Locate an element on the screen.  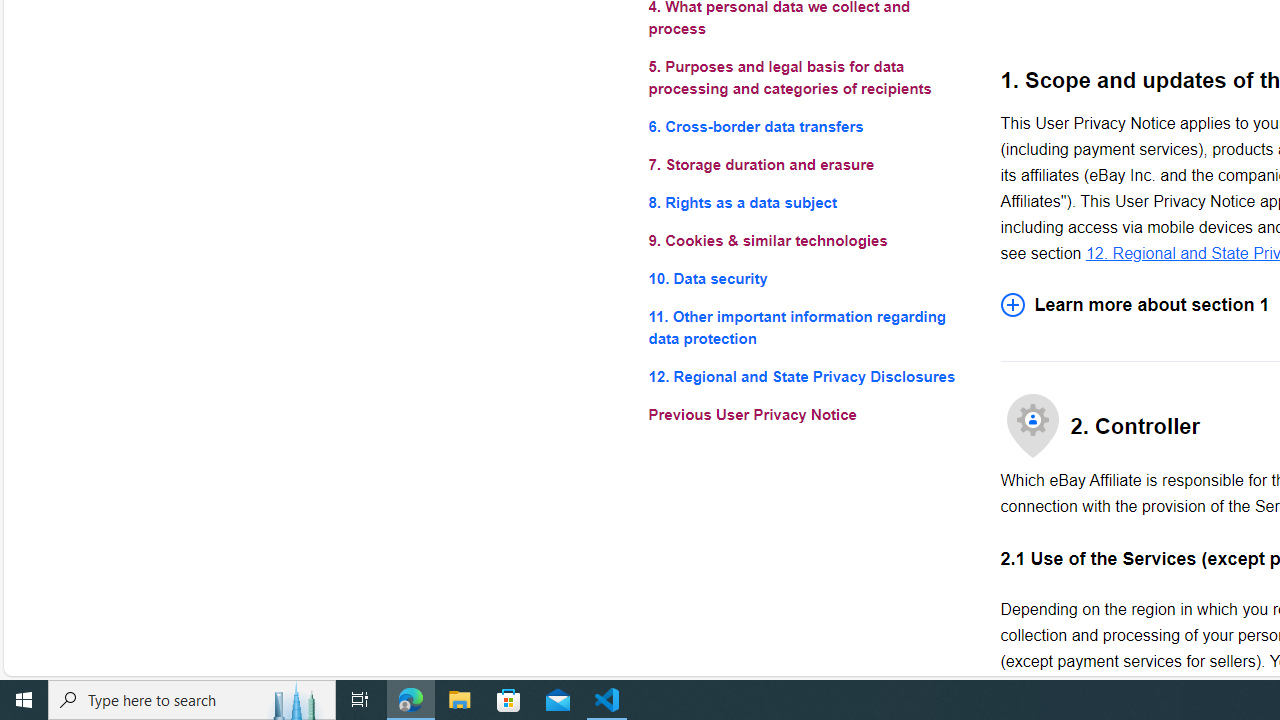
'11. Other important information regarding data protection' is located at coordinates (808, 327).